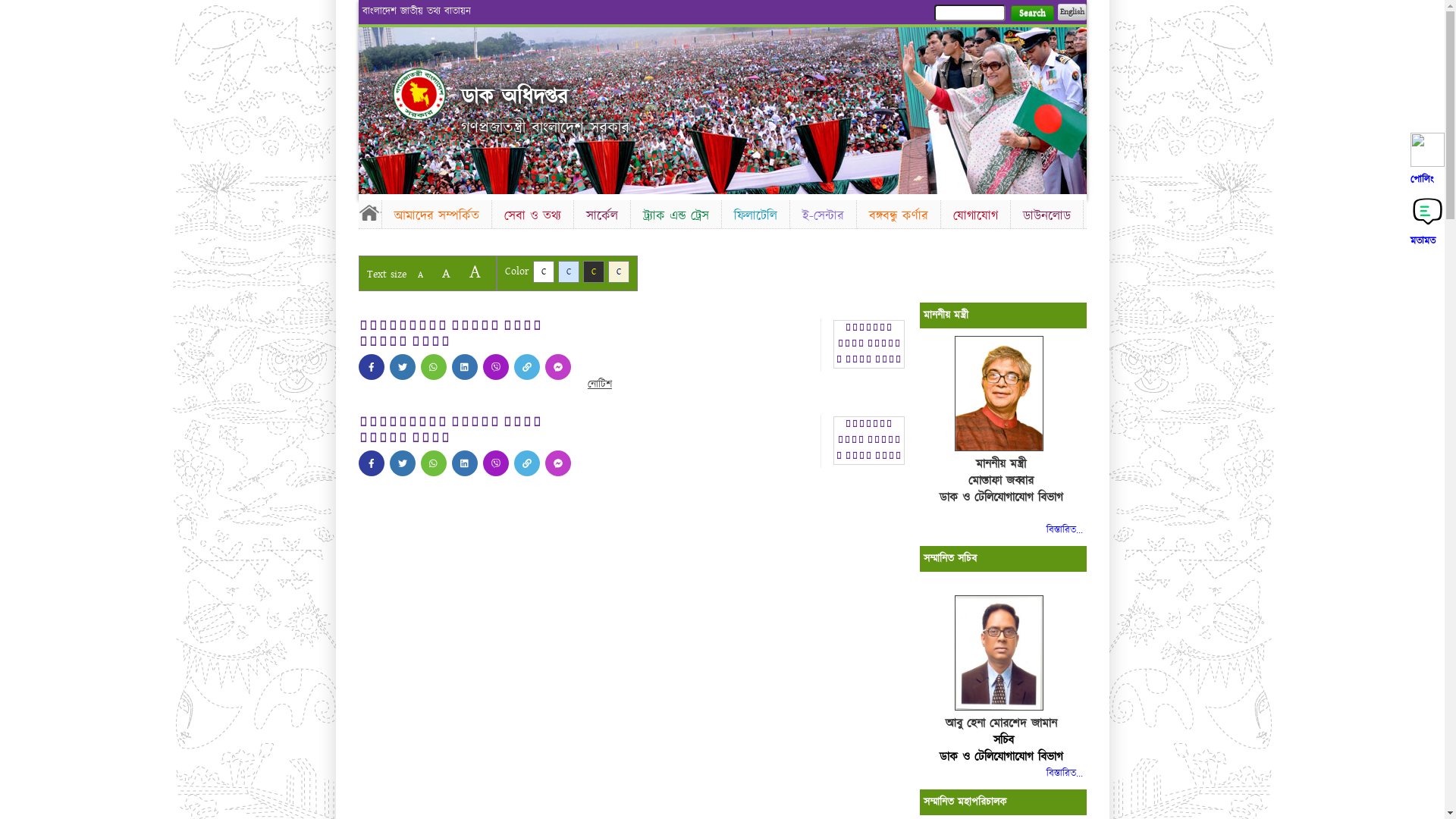 The image size is (1456, 819). What do you see at coordinates (567, 271) in the screenshot?
I see `'C'` at bounding box center [567, 271].